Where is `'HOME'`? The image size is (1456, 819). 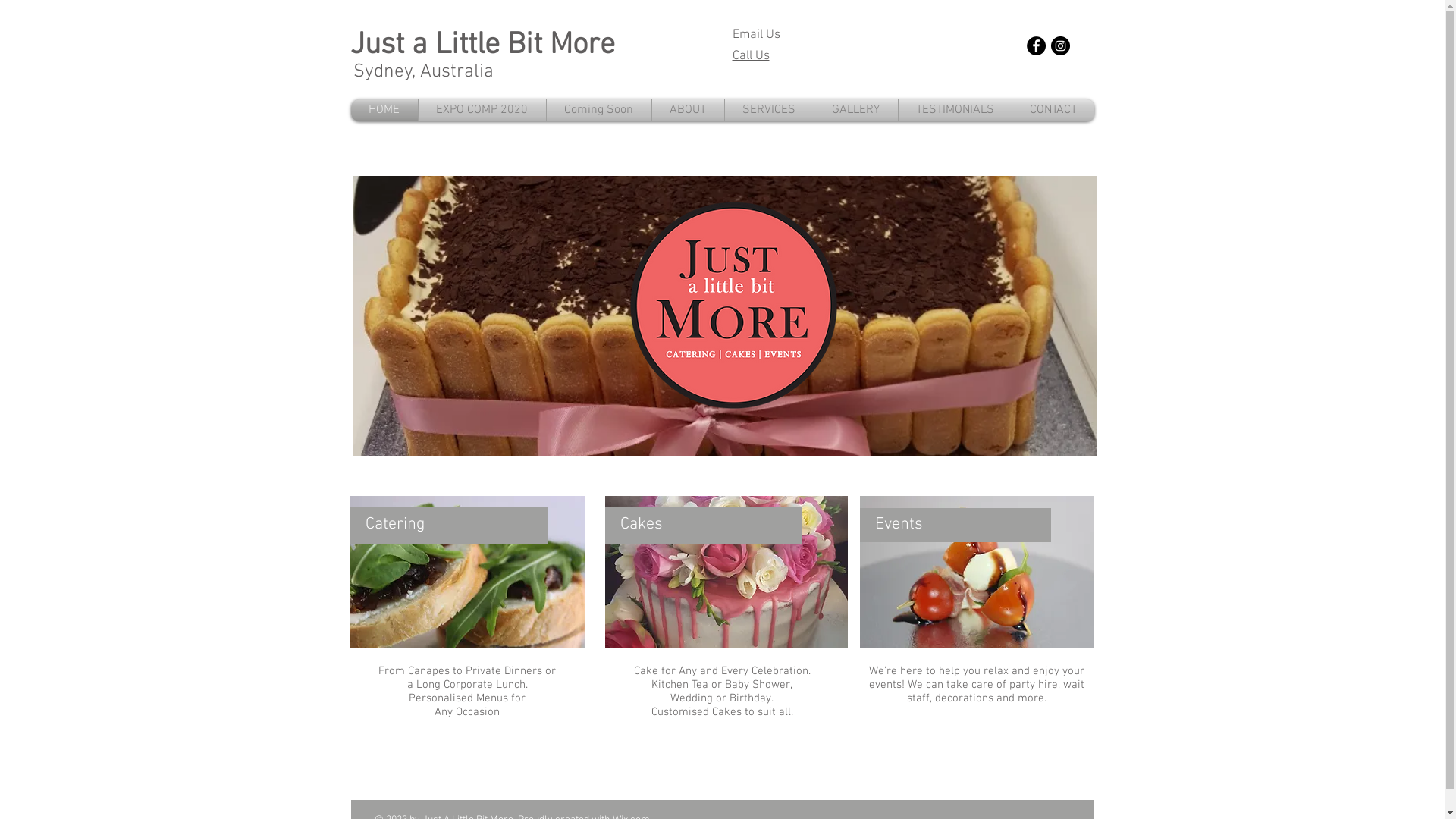 'HOME' is located at coordinates (349, 109).